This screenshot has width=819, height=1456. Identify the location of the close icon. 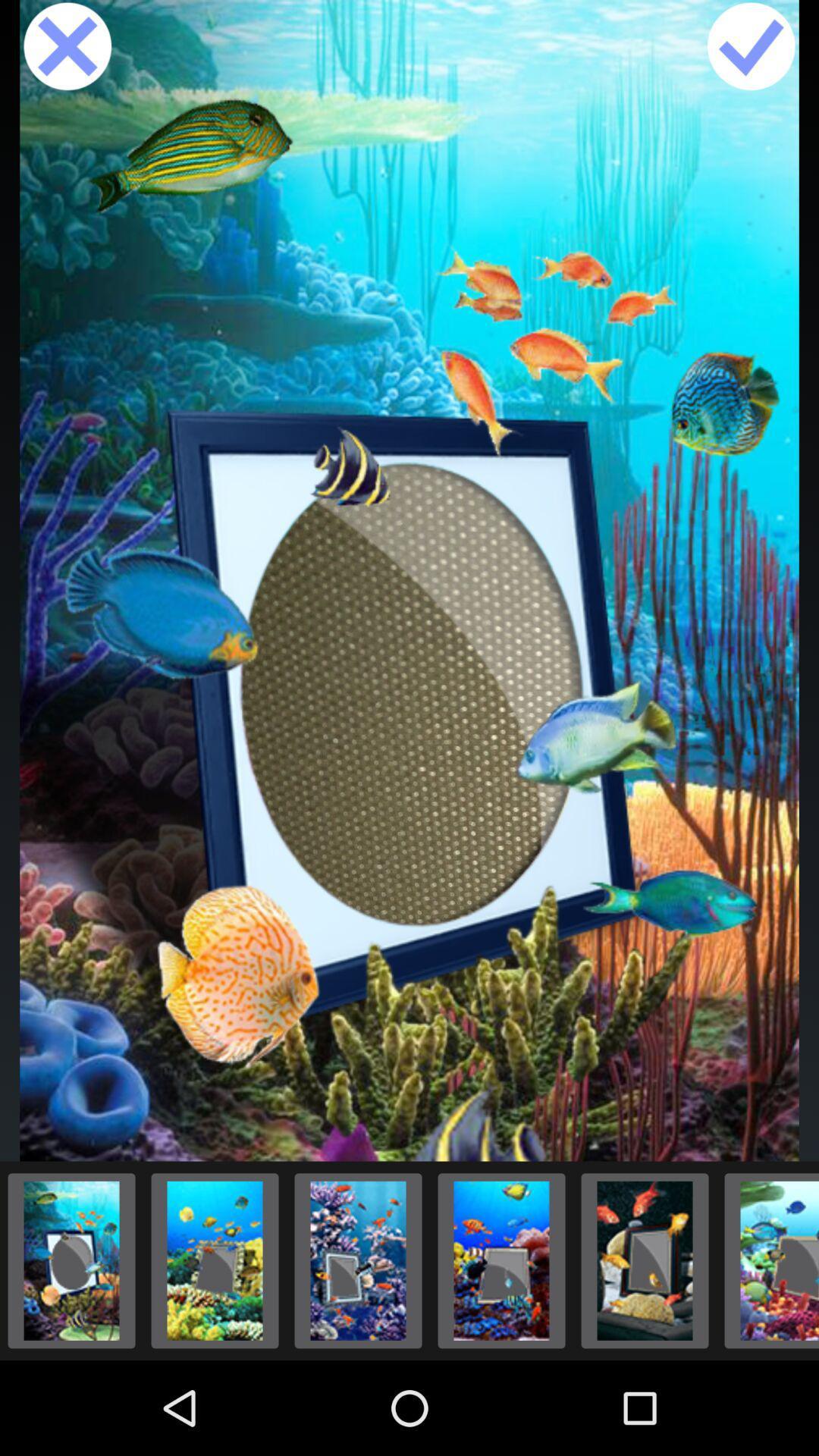
(67, 51).